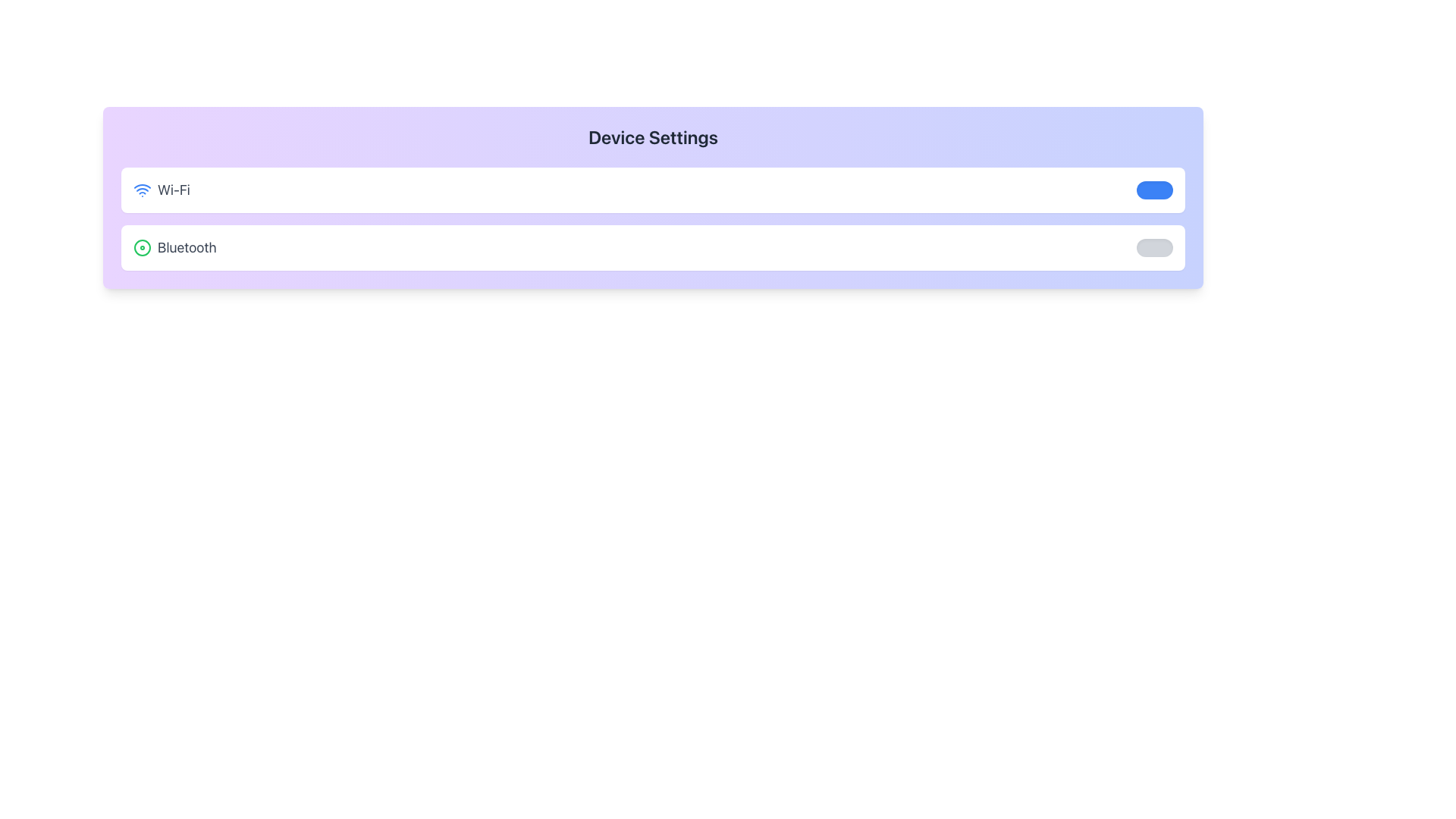 The height and width of the screenshot is (819, 1456). What do you see at coordinates (142, 247) in the screenshot?
I see `the circular SVG shape with a green outline adjacent to the 'Bluetooth' label` at bounding box center [142, 247].